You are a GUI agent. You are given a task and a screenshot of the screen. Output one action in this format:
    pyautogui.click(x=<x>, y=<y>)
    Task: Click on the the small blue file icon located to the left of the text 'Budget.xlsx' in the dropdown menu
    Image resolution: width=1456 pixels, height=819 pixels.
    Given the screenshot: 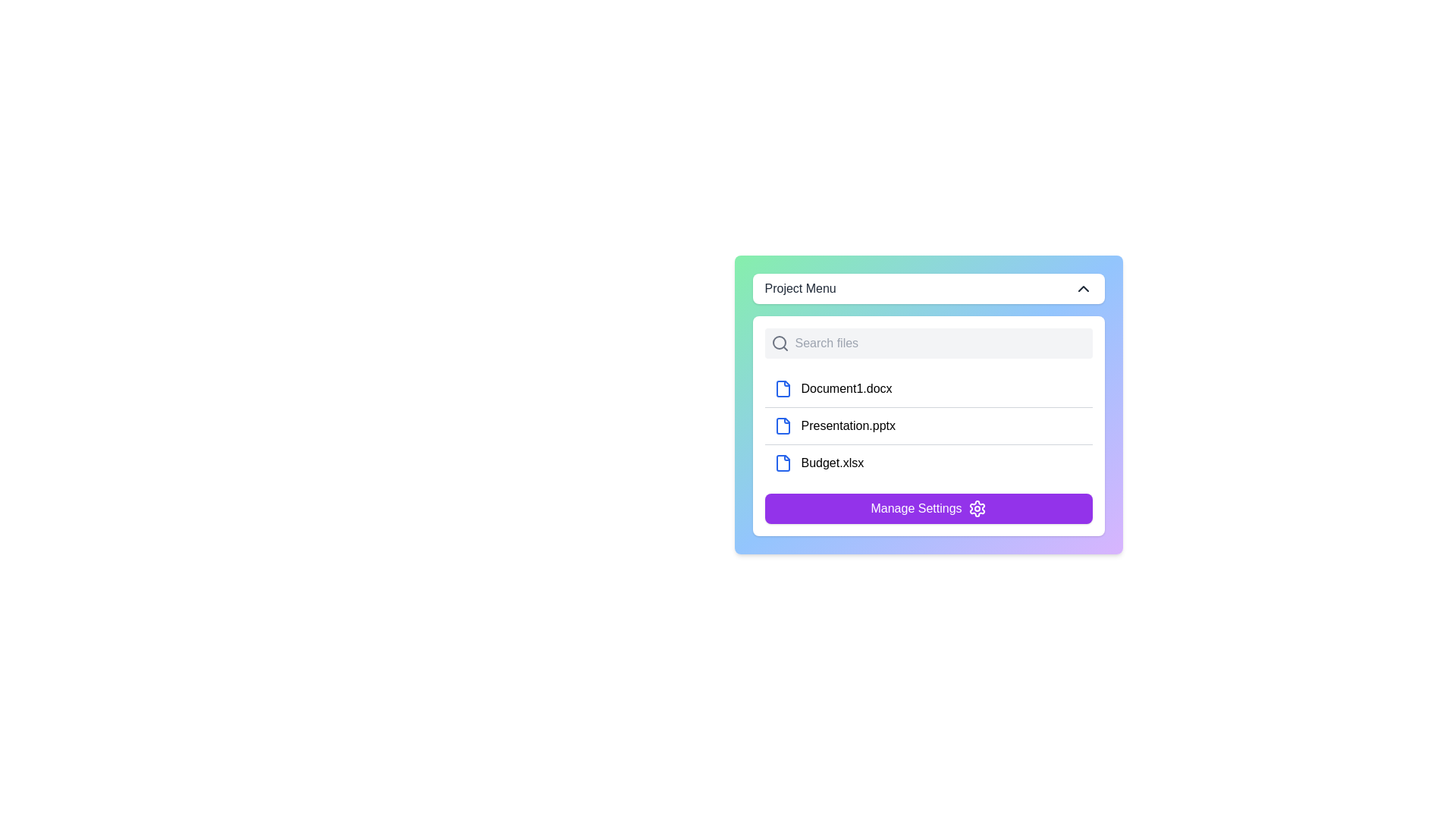 What is the action you would take?
    pyautogui.click(x=783, y=462)
    